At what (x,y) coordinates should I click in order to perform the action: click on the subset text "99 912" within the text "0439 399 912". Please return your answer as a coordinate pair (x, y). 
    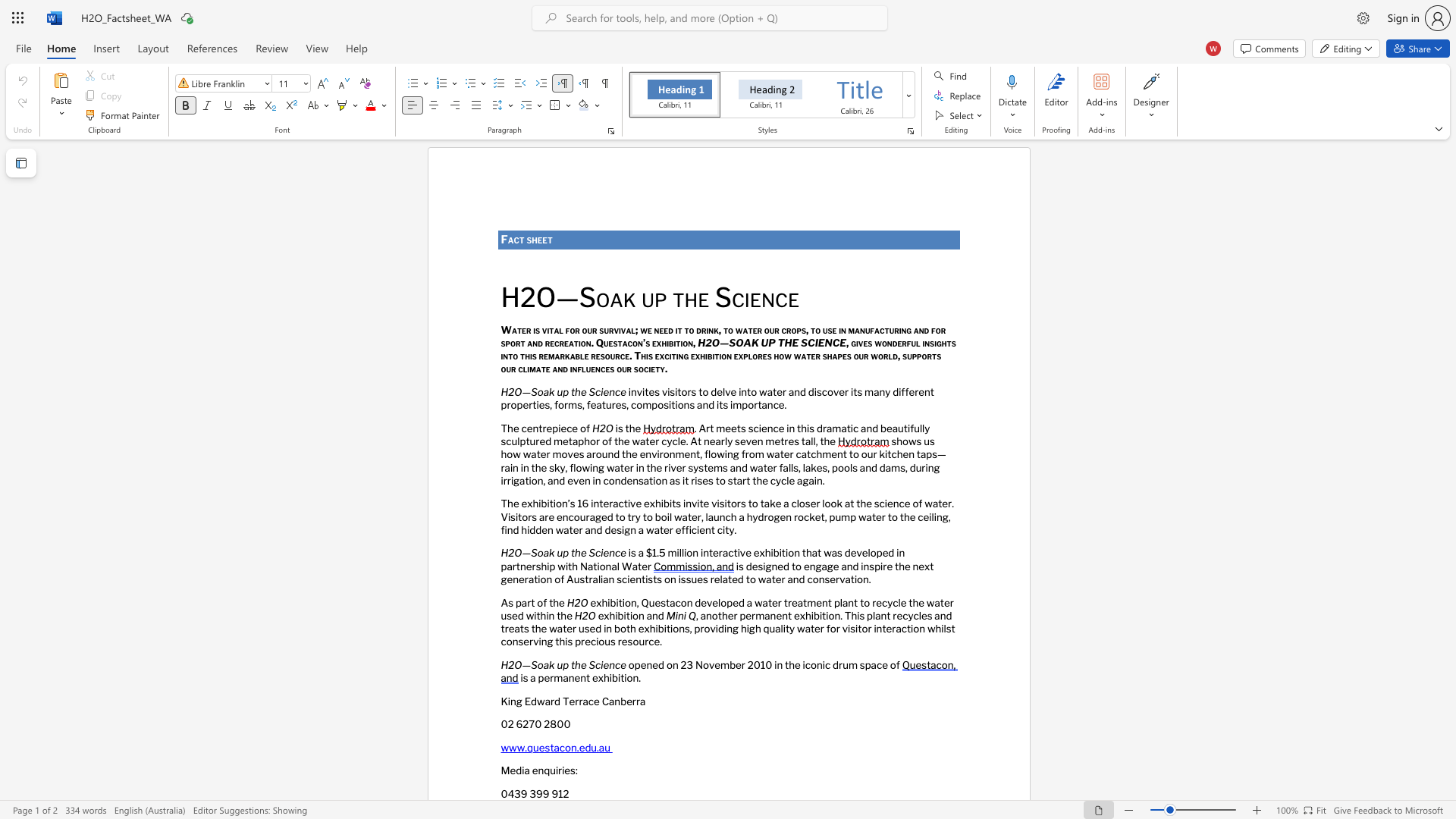
    Looking at the image, I should click on (536, 793).